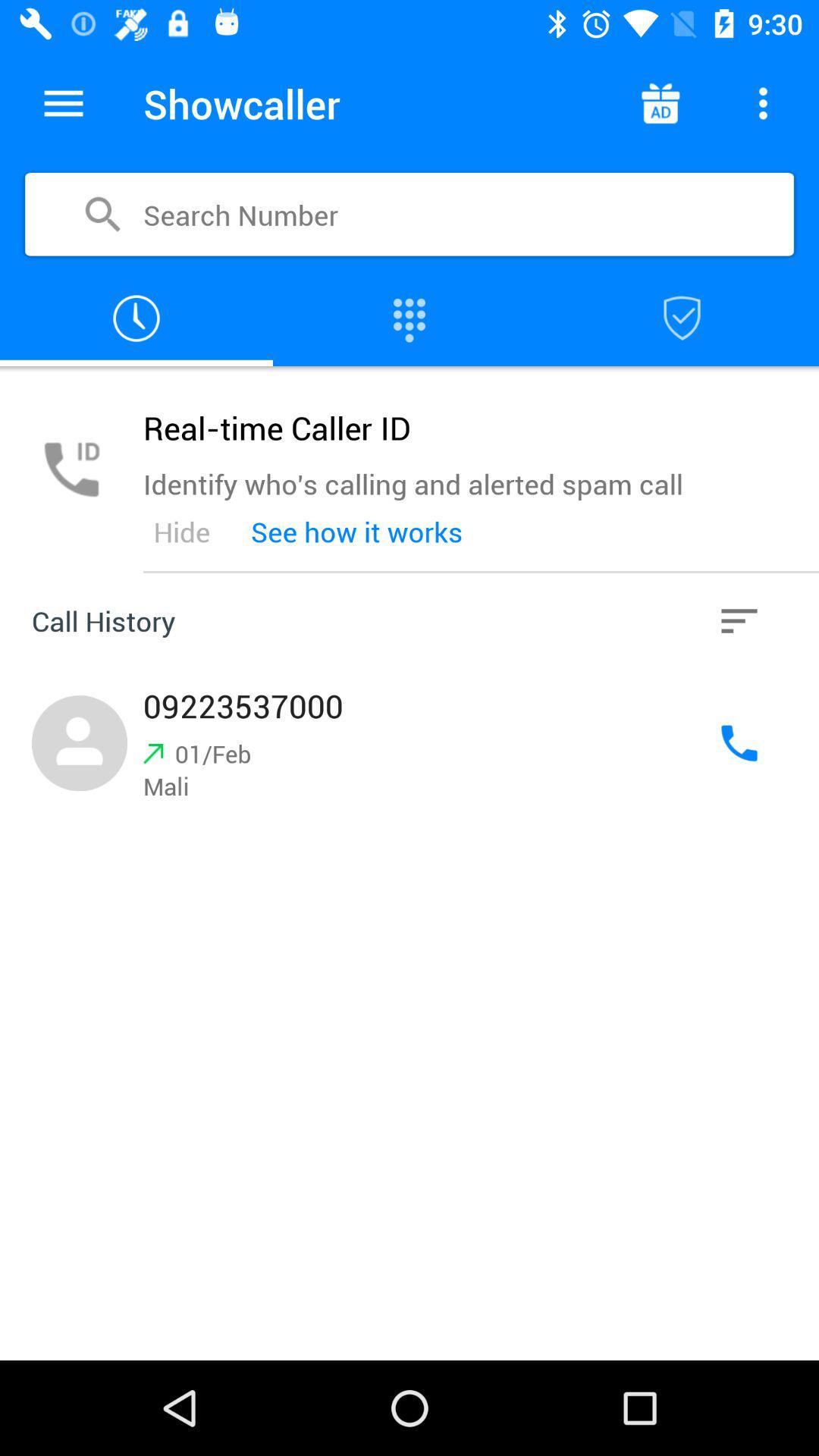 This screenshot has height=1456, width=819. Describe the element at coordinates (180, 532) in the screenshot. I see `the hide icon` at that location.